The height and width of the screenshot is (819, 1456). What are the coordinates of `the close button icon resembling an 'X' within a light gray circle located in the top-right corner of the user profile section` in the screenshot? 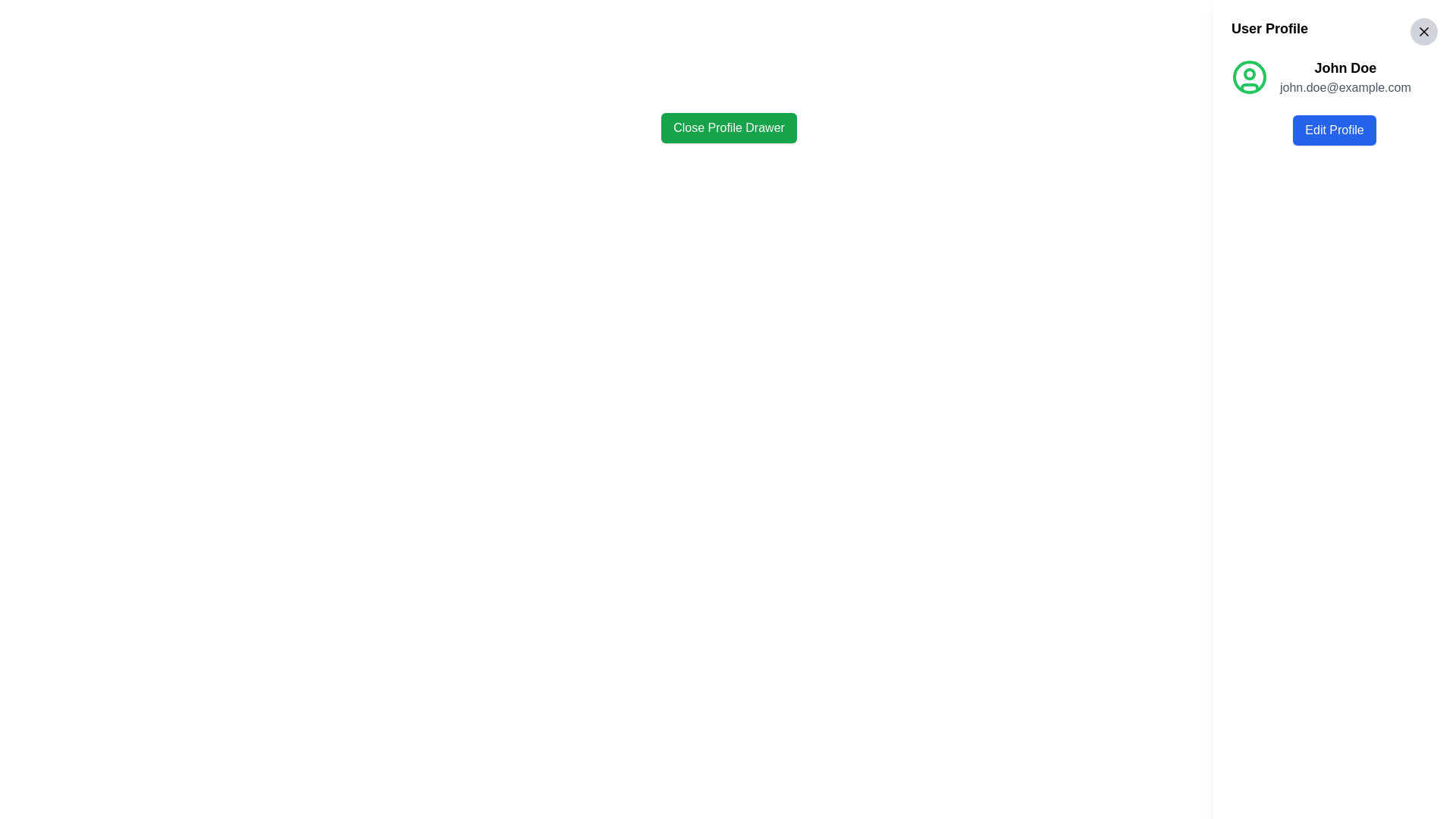 It's located at (1423, 32).